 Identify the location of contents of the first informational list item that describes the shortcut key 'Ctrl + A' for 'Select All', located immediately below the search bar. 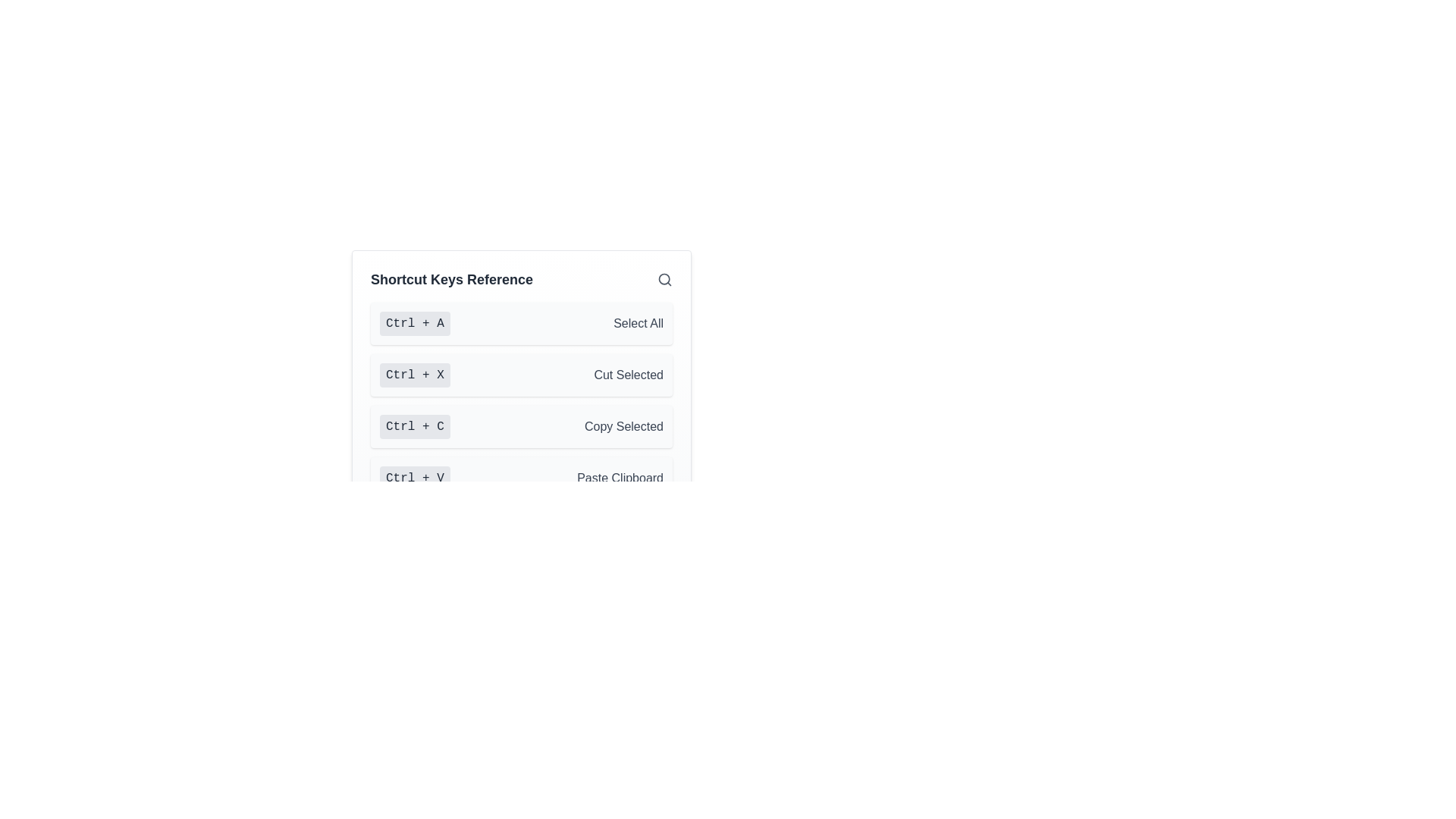
(521, 323).